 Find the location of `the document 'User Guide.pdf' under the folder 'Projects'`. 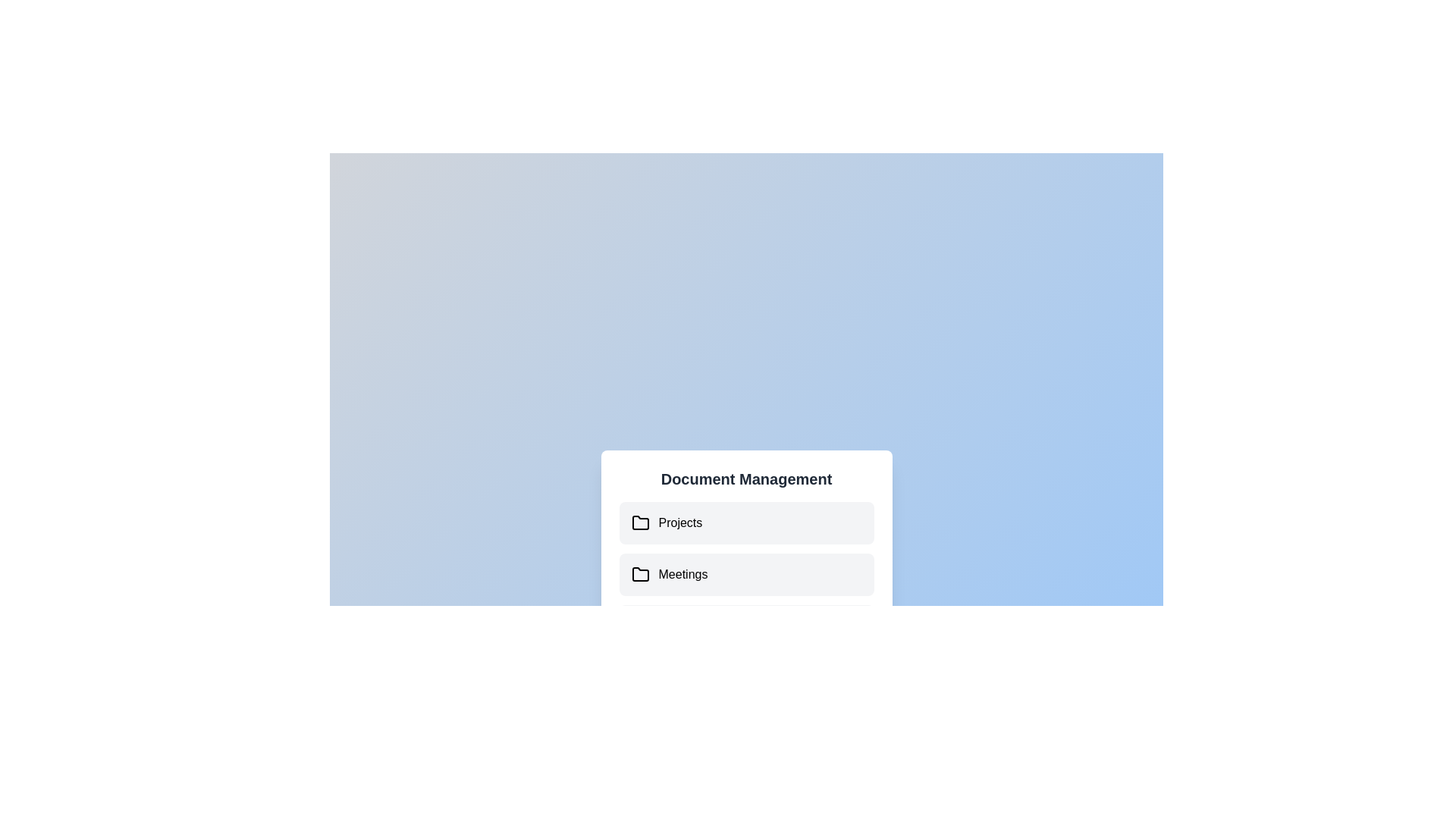

the document 'User Guide.pdf' under the folder 'Projects' is located at coordinates (746, 522).